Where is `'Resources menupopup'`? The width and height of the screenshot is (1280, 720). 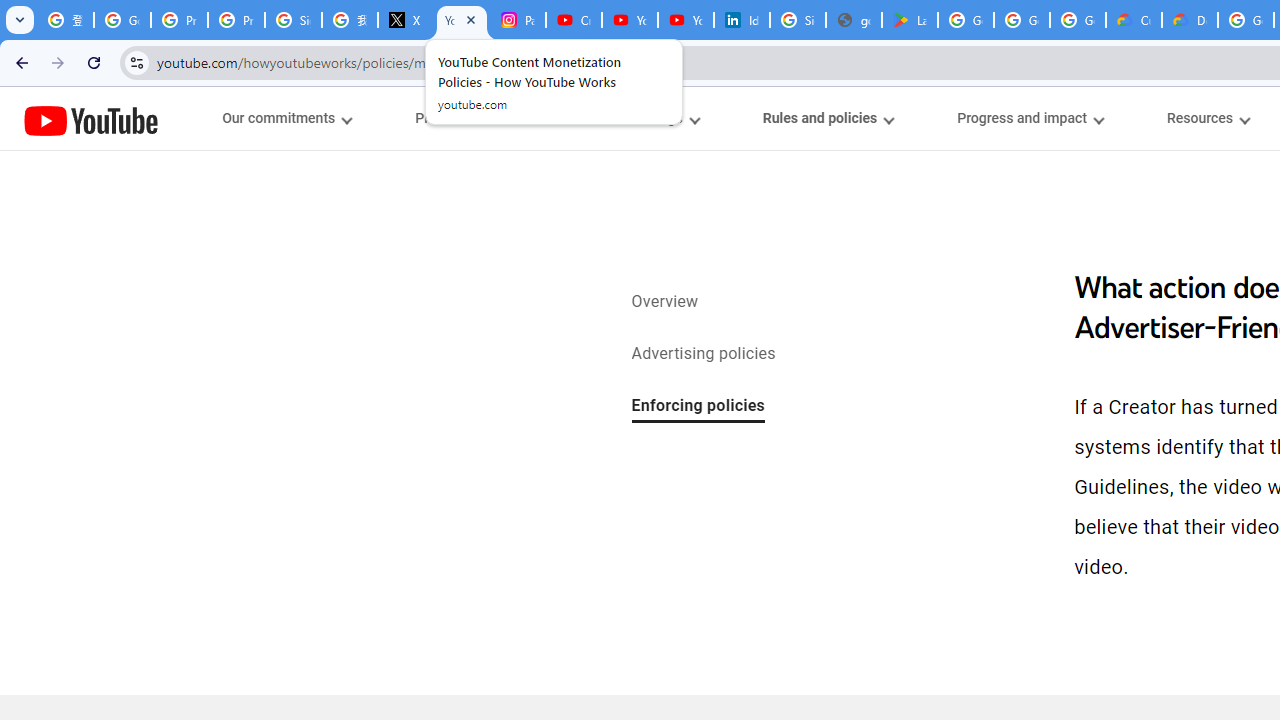
'Resources menupopup' is located at coordinates (1207, 118).